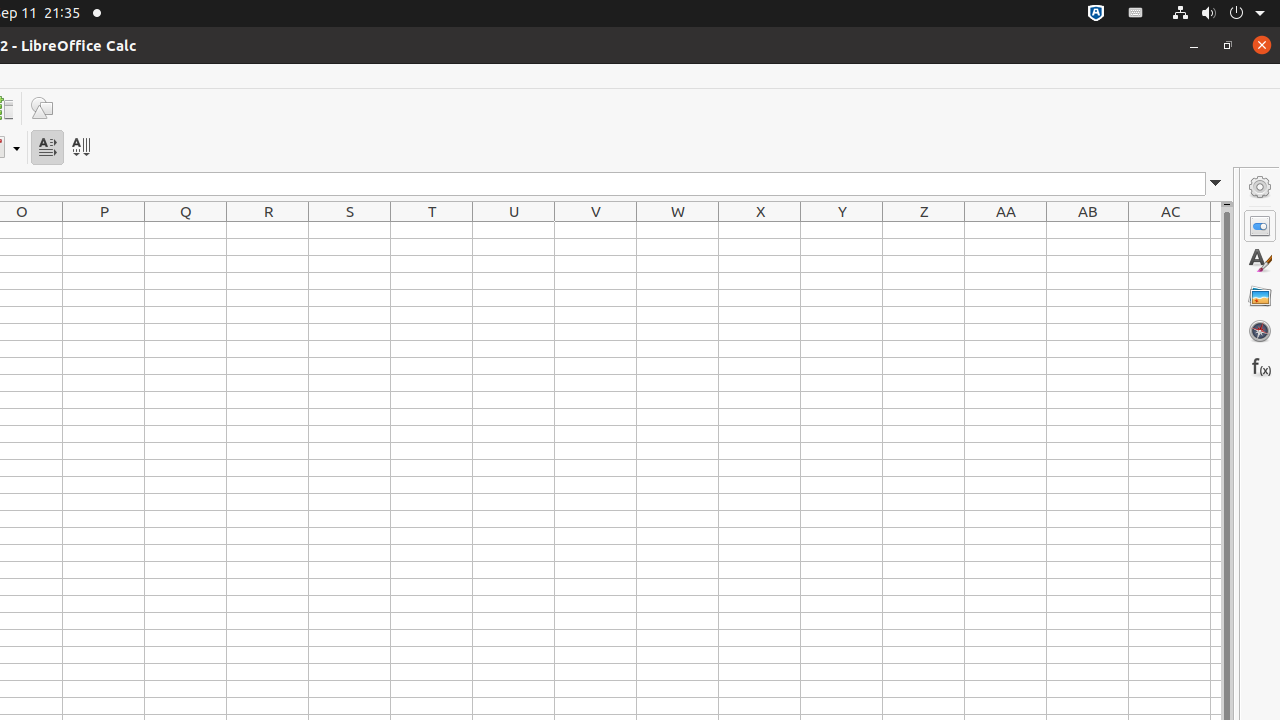 The height and width of the screenshot is (720, 1280). What do you see at coordinates (1259, 329) in the screenshot?
I see `'Navigator'` at bounding box center [1259, 329].